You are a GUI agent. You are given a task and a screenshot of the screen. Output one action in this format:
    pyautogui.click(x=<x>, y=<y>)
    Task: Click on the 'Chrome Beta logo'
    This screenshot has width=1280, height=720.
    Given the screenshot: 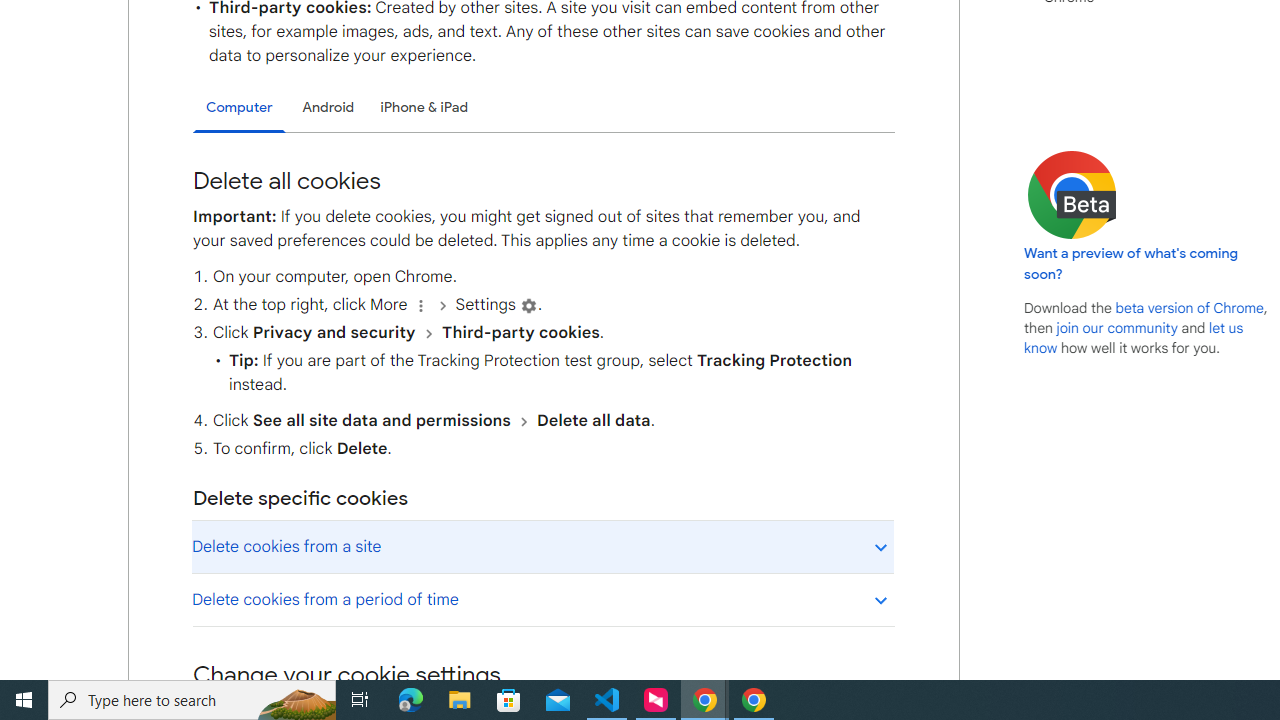 What is the action you would take?
    pyautogui.click(x=1071, y=195)
    